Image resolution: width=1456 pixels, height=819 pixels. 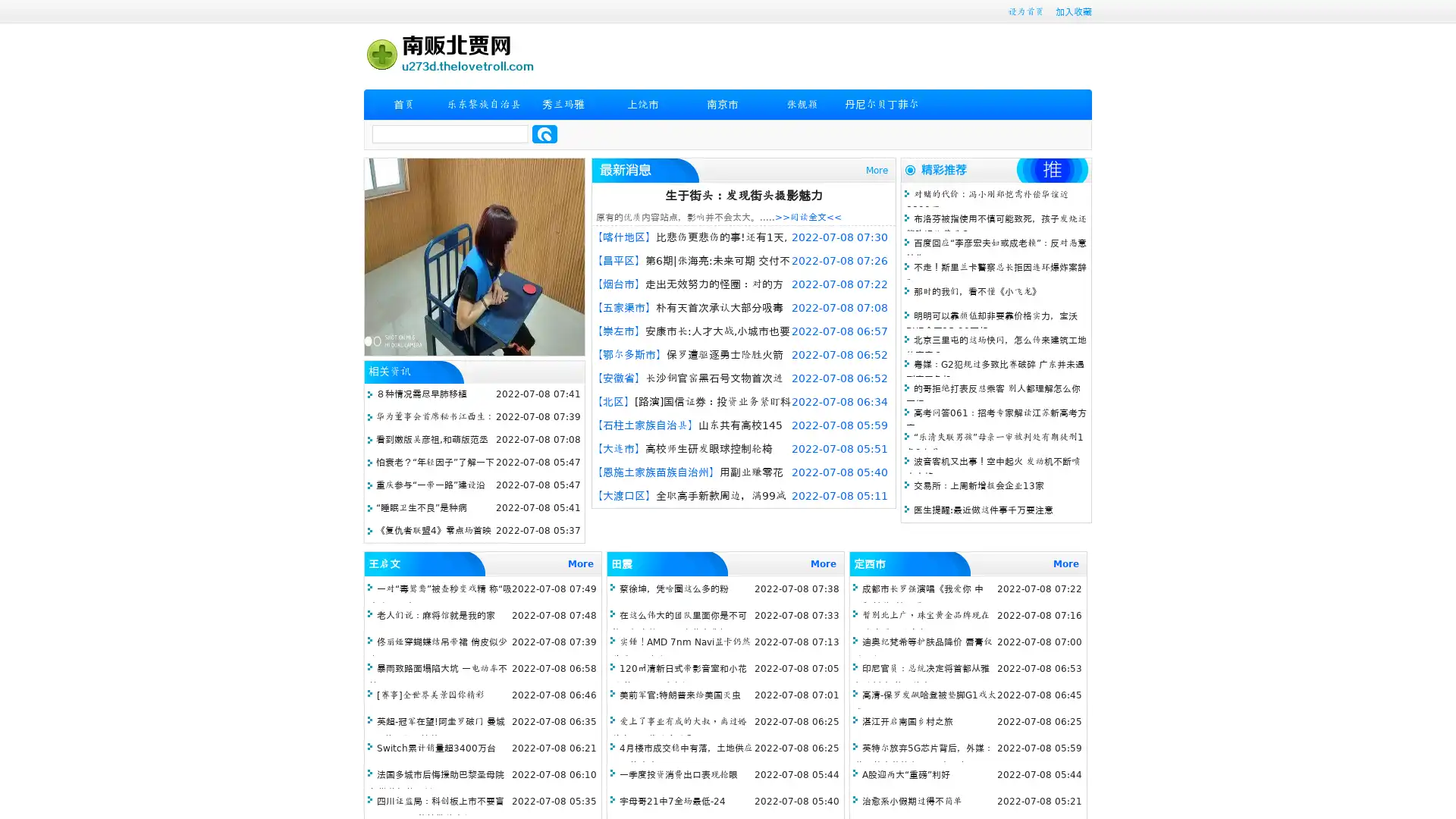 What do you see at coordinates (544, 133) in the screenshot?
I see `Search` at bounding box center [544, 133].